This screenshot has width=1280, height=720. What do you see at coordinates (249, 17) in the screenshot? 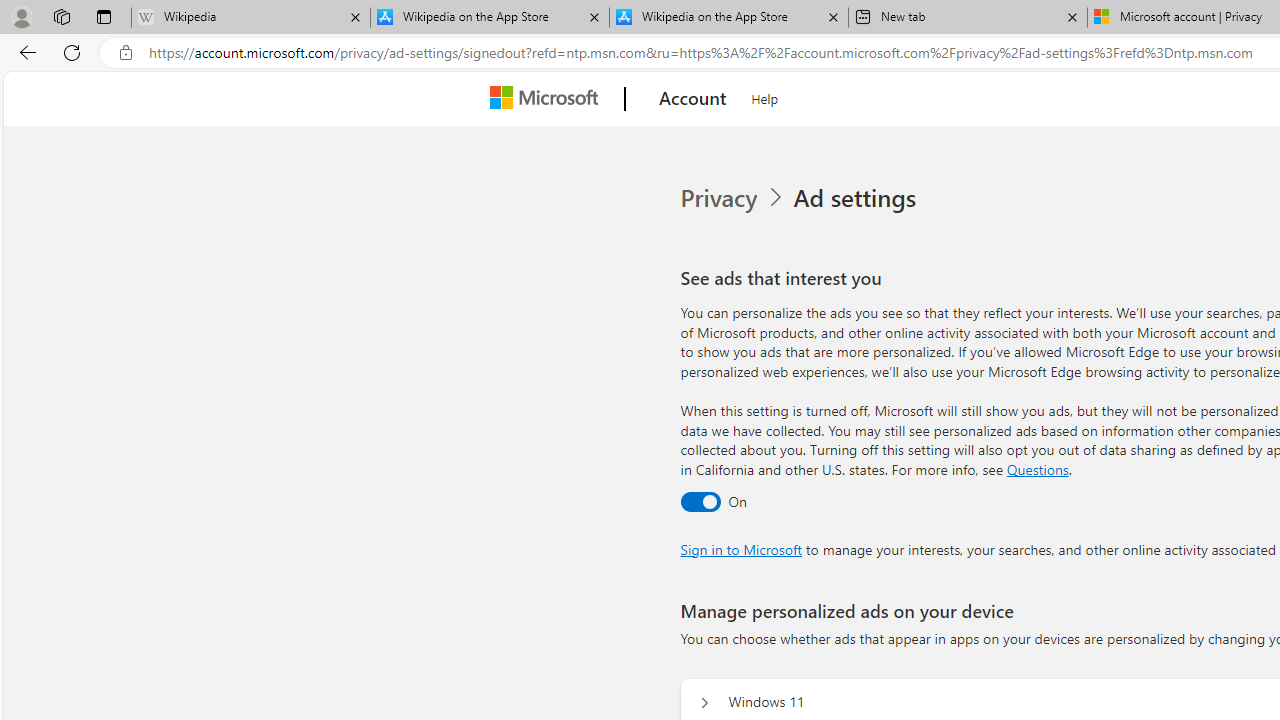
I see `'Wikipedia - Sleeping'` at bounding box center [249, 17].